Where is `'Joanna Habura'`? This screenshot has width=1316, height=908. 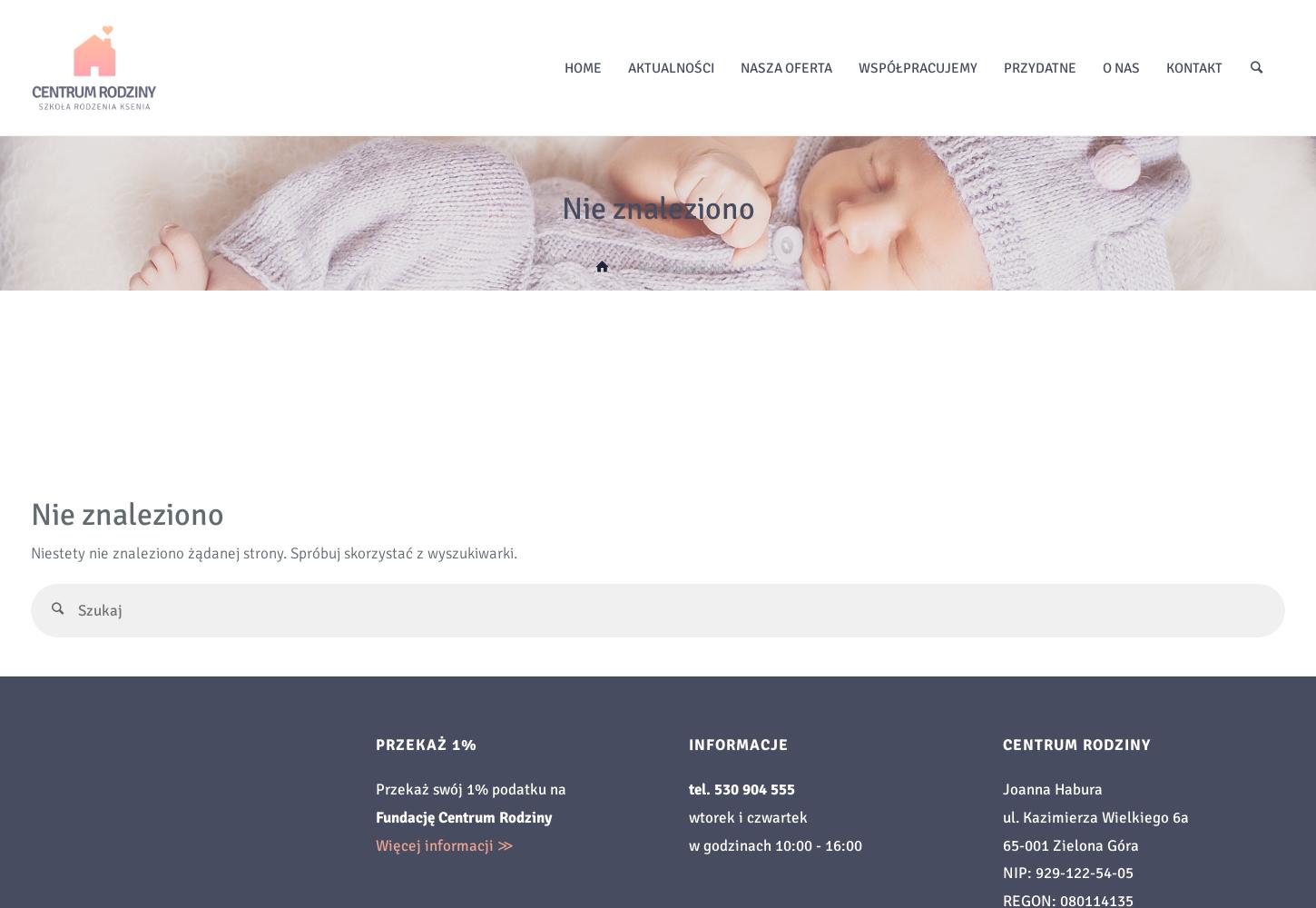
'Joanna Habura' is located at coordinates (1050, 788).